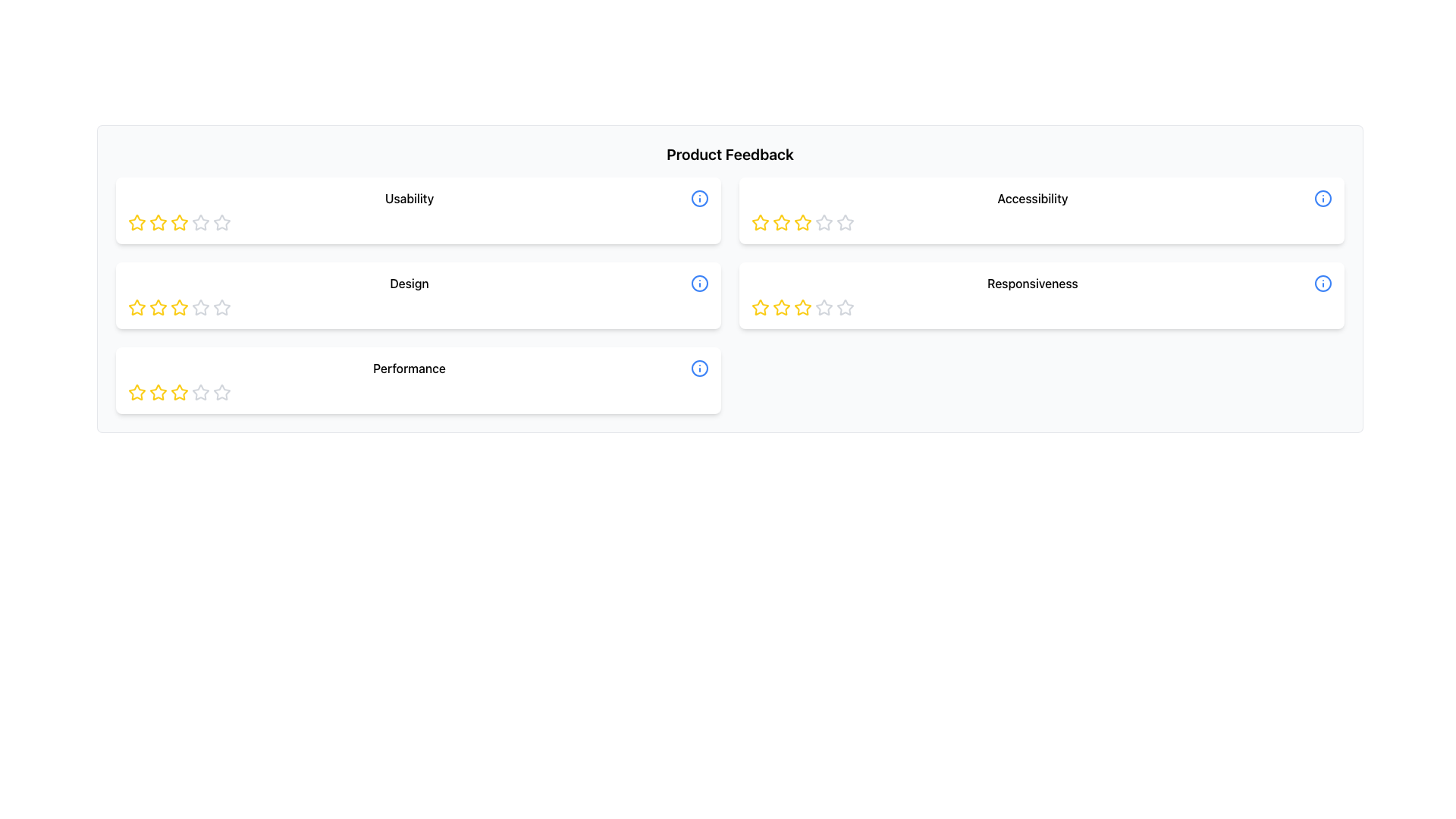 The height and width of the screenshot is (819, 1456). I want to click on the third yellow star icon outlined in black in the 'Performance' category's rating section, so click(158, 391).